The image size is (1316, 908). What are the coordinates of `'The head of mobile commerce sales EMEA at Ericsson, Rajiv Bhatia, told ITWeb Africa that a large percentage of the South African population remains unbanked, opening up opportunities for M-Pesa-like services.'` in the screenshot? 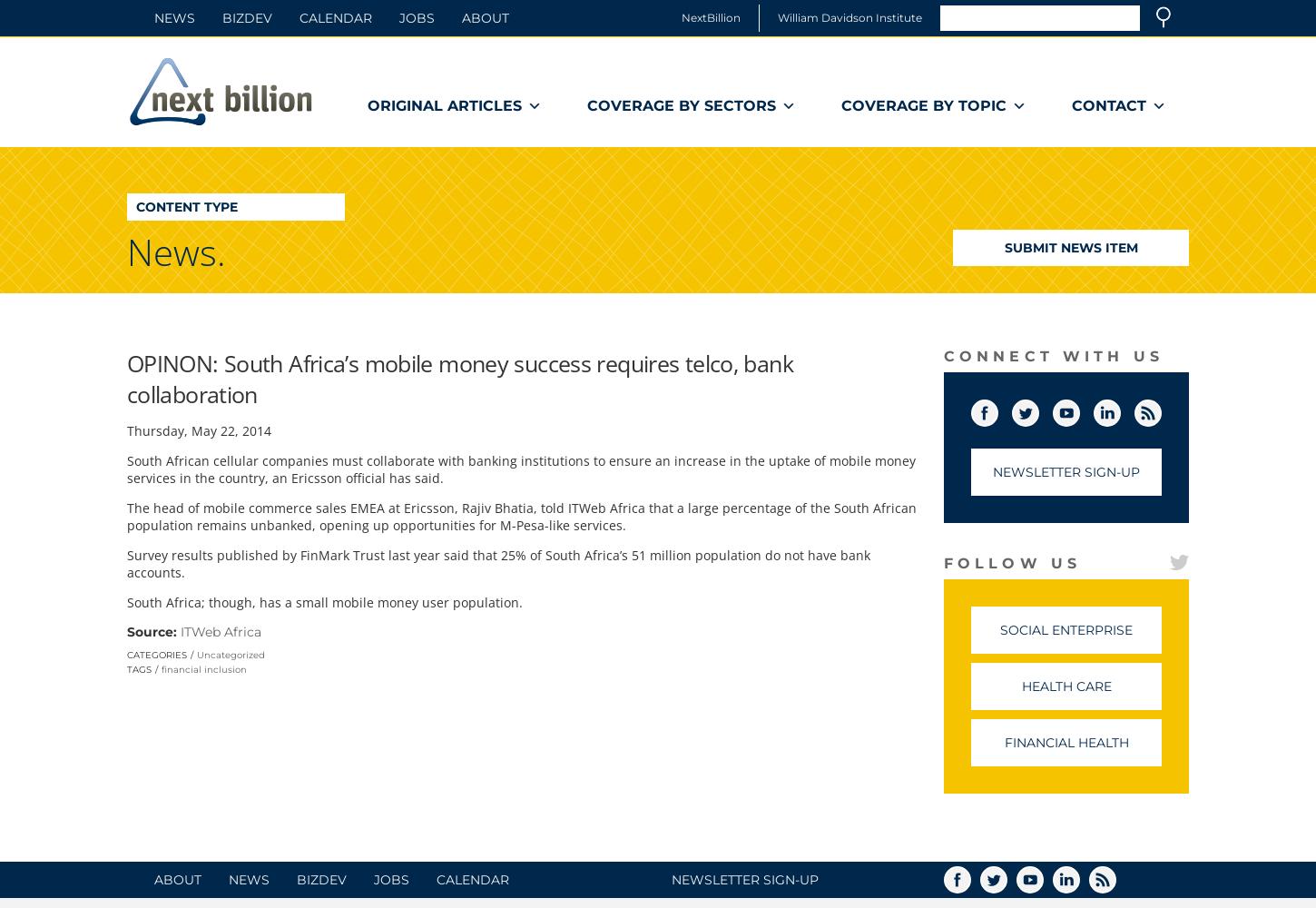 It's located at (522, 516).